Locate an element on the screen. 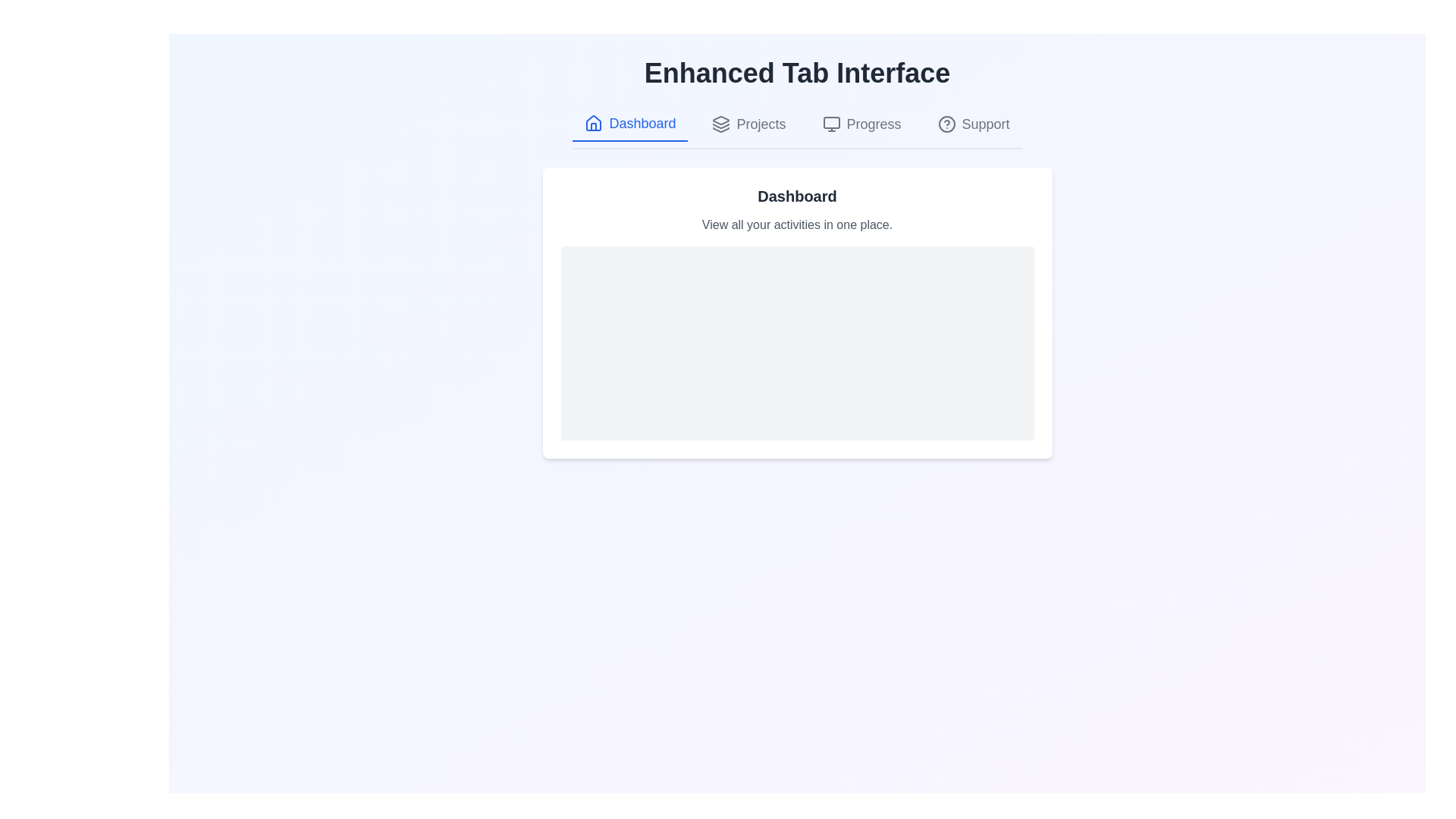 Image resolution: width=1456 pixels, height=819 pixels. the tab labeled Dashboard to observe the hover effect is located at coordinates (630, 124).